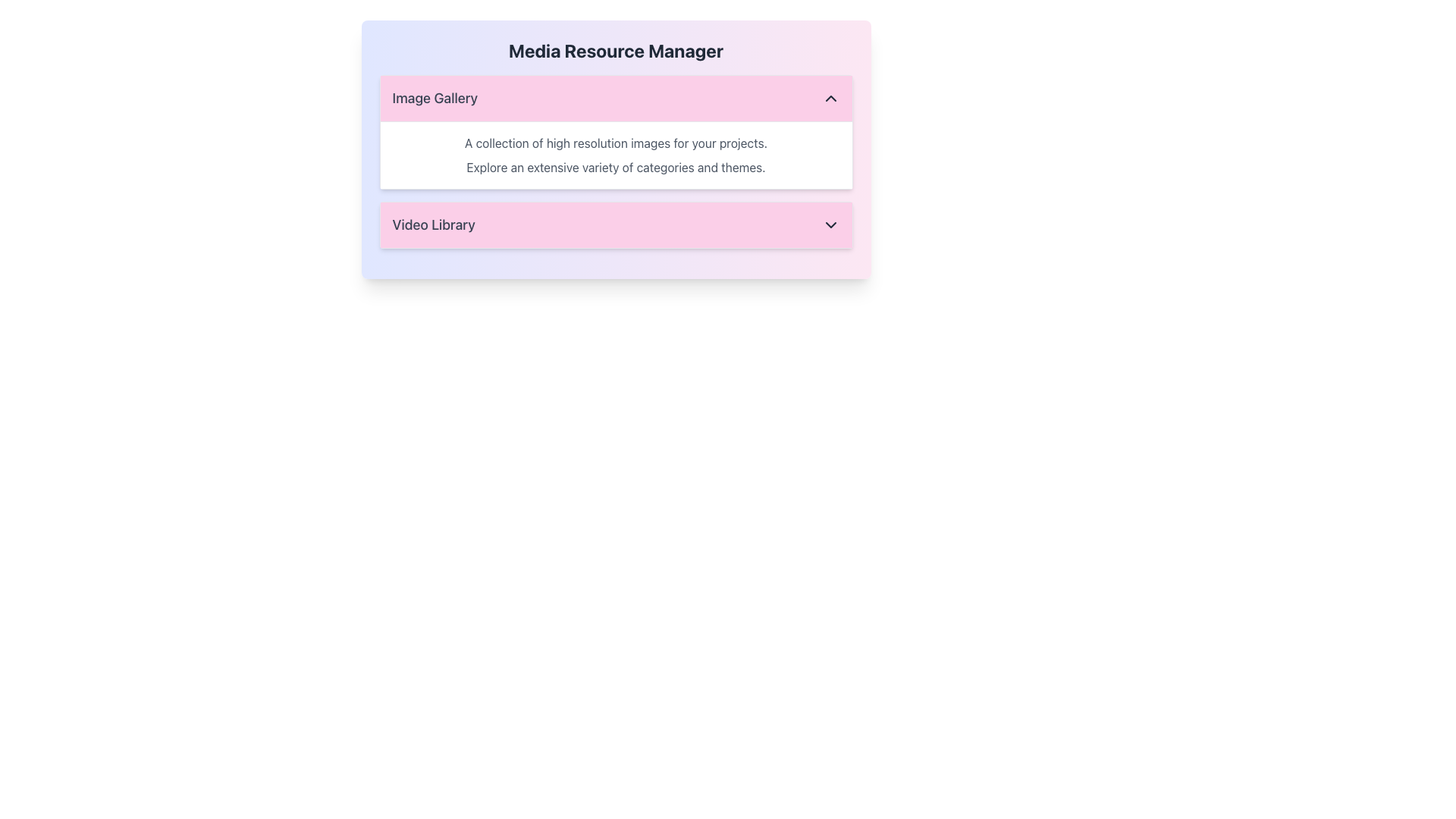 Image resolution: width=1456 pixels, height=819 pixels. Describe the element at coordinates (434, 99) in the screenshot. I see `on the text label displaying 'Image Gallery' which is styled with a medium-sized font in gray color on a pink background, located at the upper part of the interface` at that location.